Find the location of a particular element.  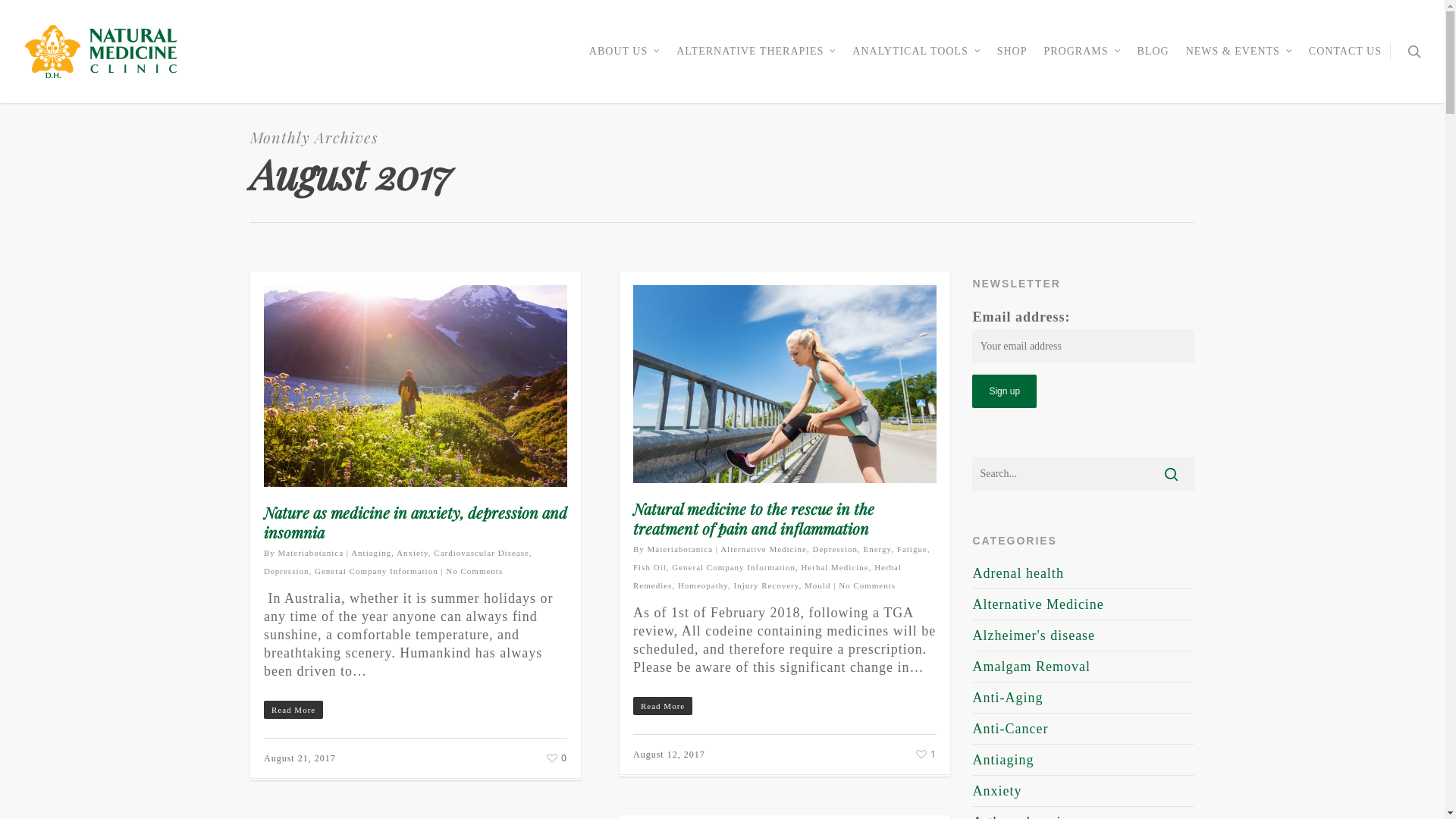

'Herbal Remedies' is located at coordinates (767, 576).